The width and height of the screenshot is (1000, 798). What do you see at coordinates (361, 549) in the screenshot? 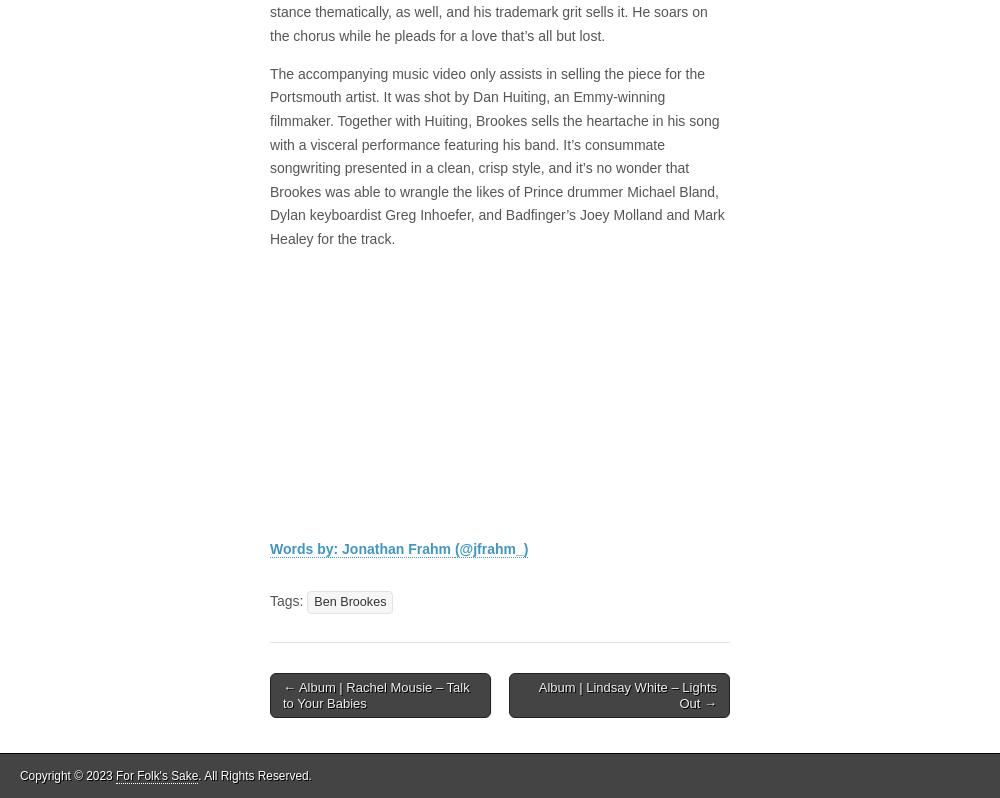
I see `'Words by: Jonathan Frahm'` at bounding box center [361, 549].